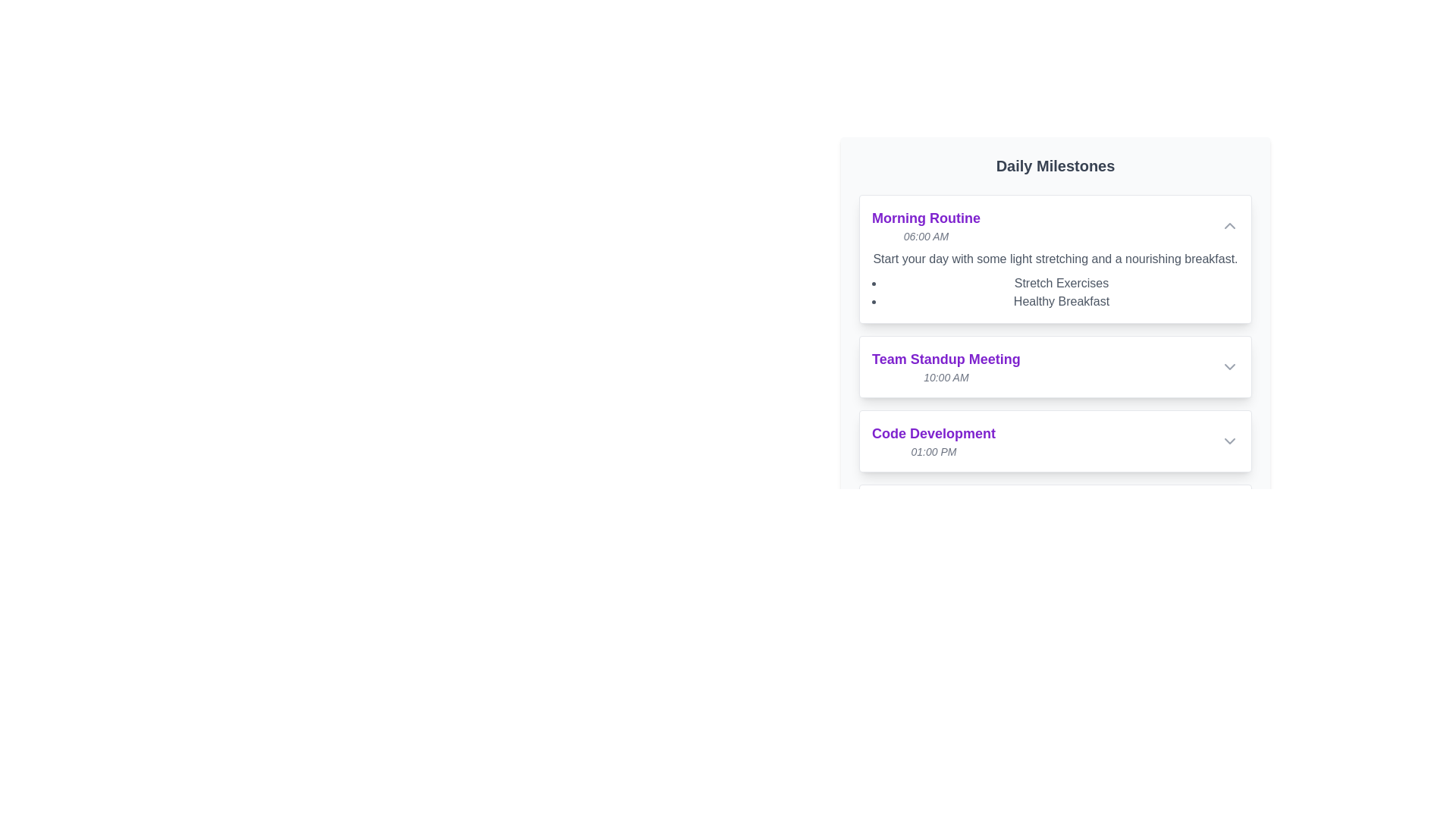  I want to click on the 'Team Standup Meeting' event card, so click(1055, 371).